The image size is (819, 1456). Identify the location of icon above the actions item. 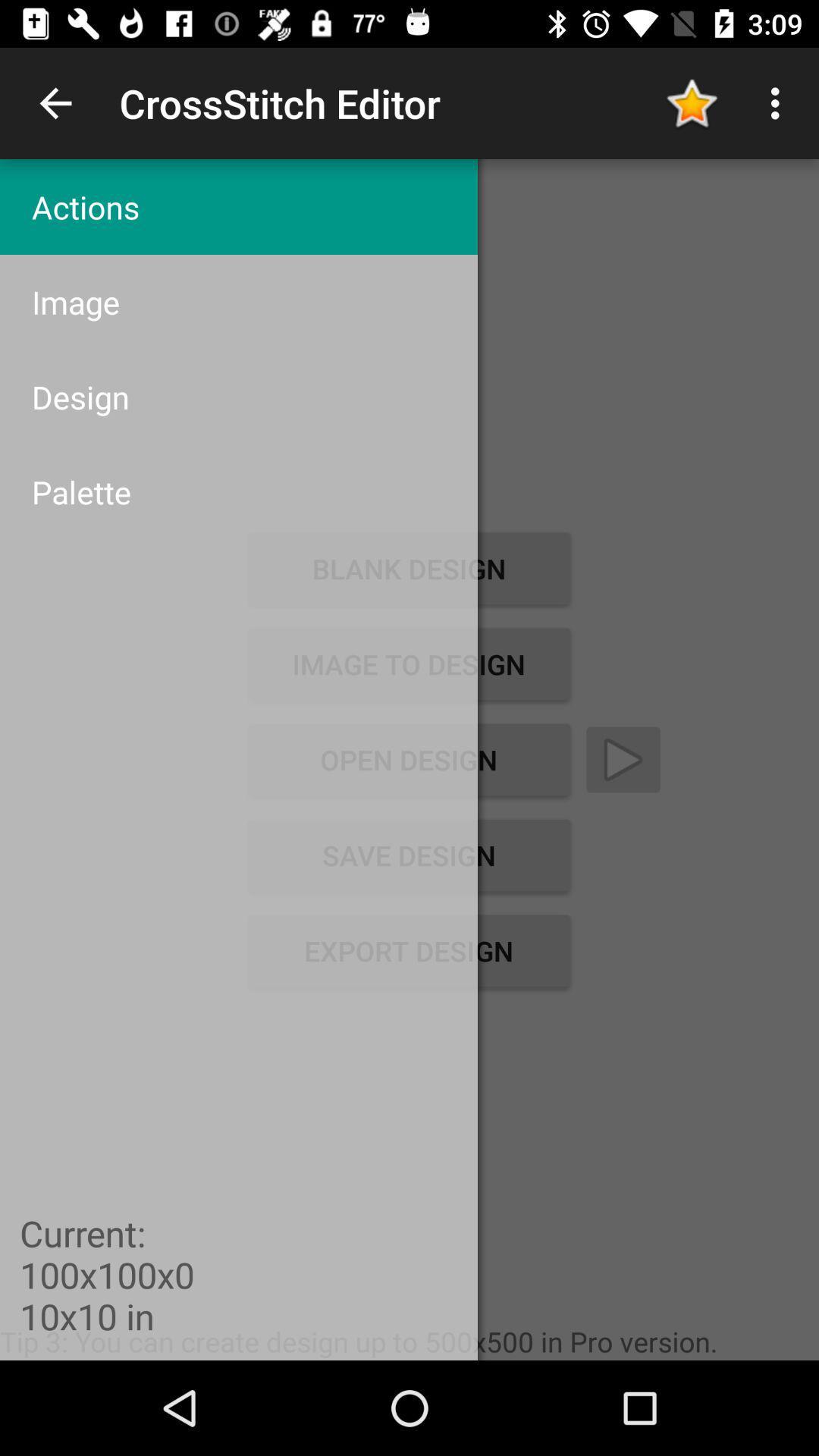
(55, 102).